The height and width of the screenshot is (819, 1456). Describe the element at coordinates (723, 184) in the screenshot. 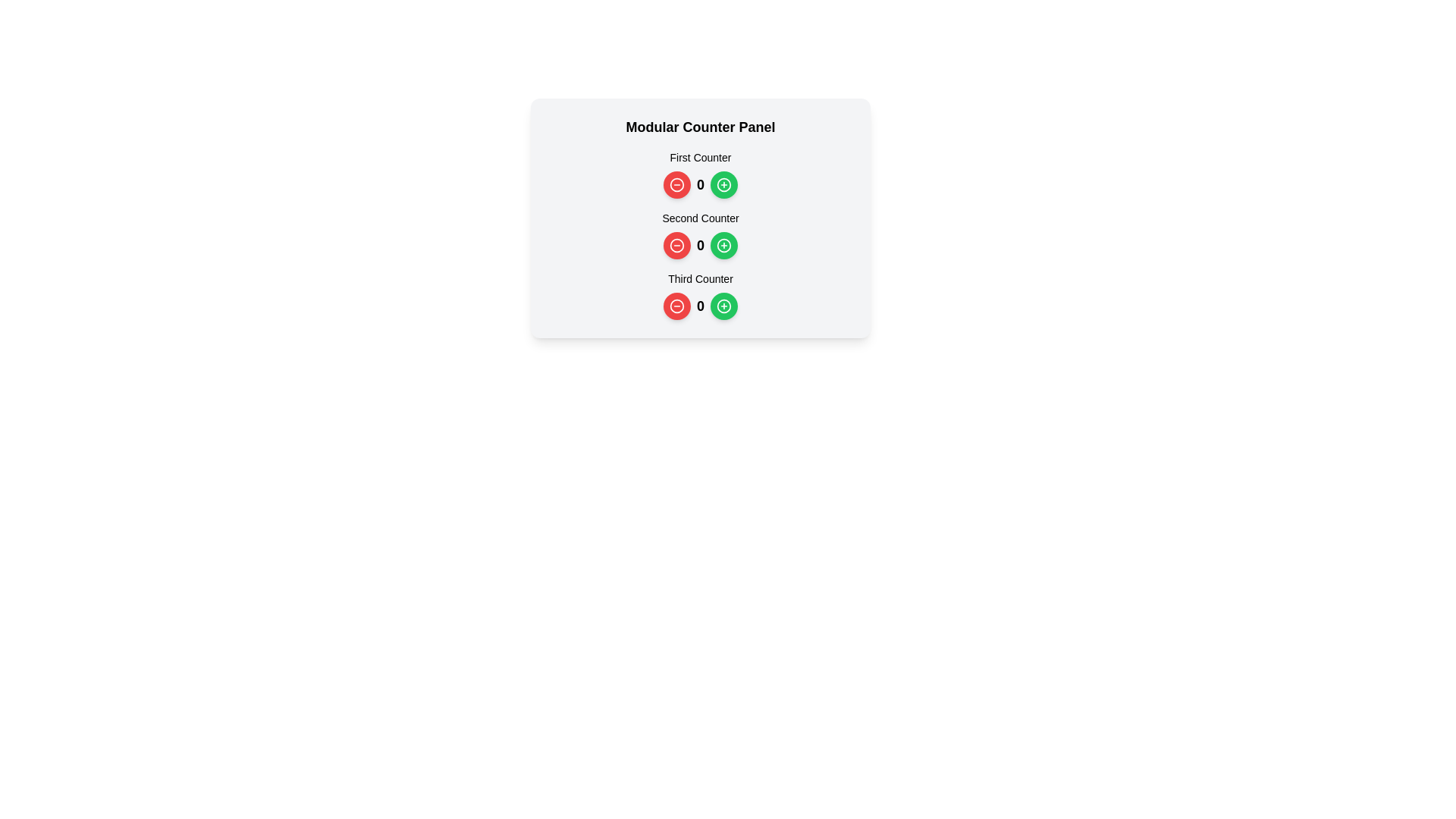

I see `the SVG circle element that is part of the '+' icon labeled 'First Counter' to increment the counter` at that location.